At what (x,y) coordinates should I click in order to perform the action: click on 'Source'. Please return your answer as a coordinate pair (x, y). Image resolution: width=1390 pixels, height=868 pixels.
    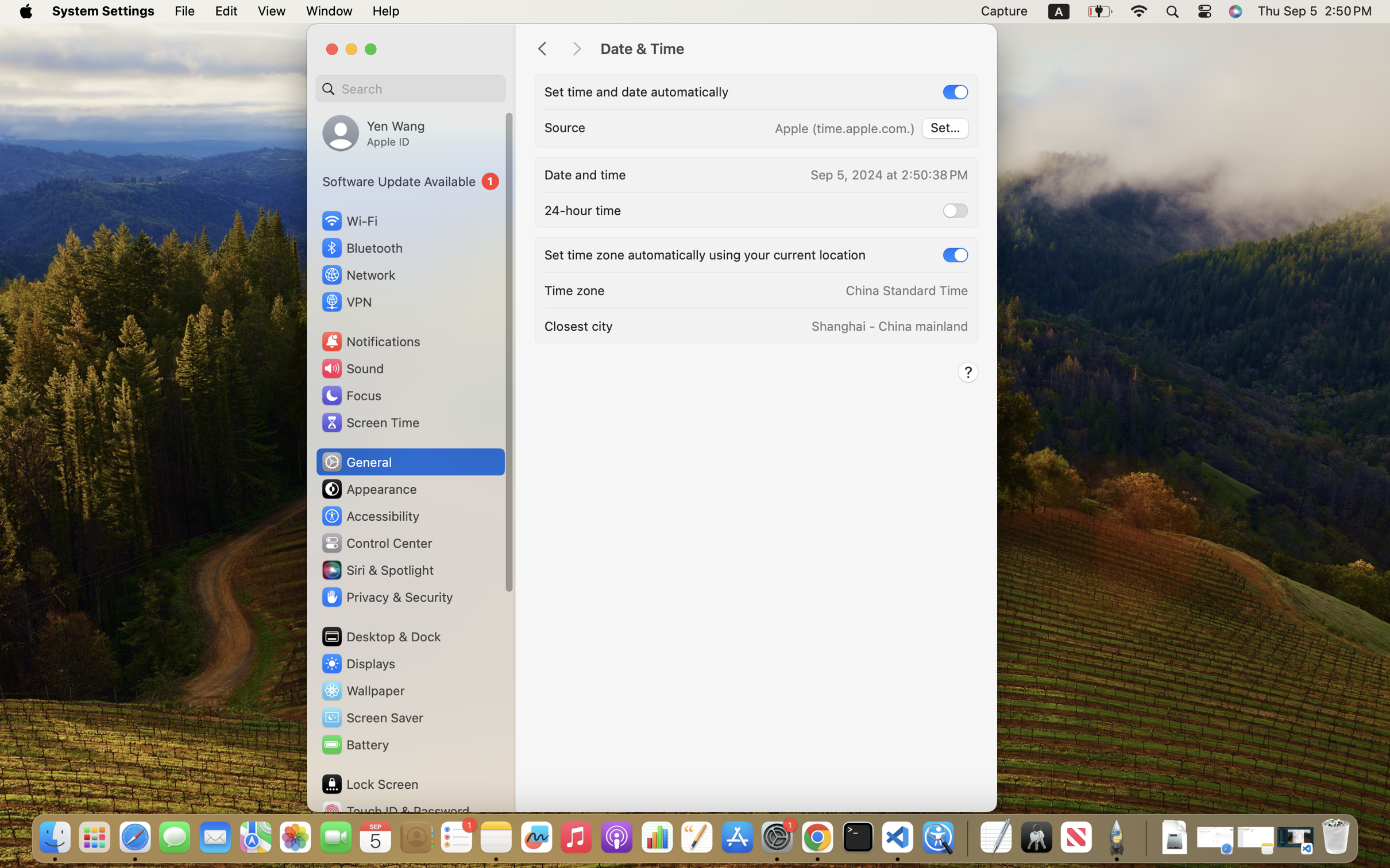
    Looking at the image, I should click on (565, 127).